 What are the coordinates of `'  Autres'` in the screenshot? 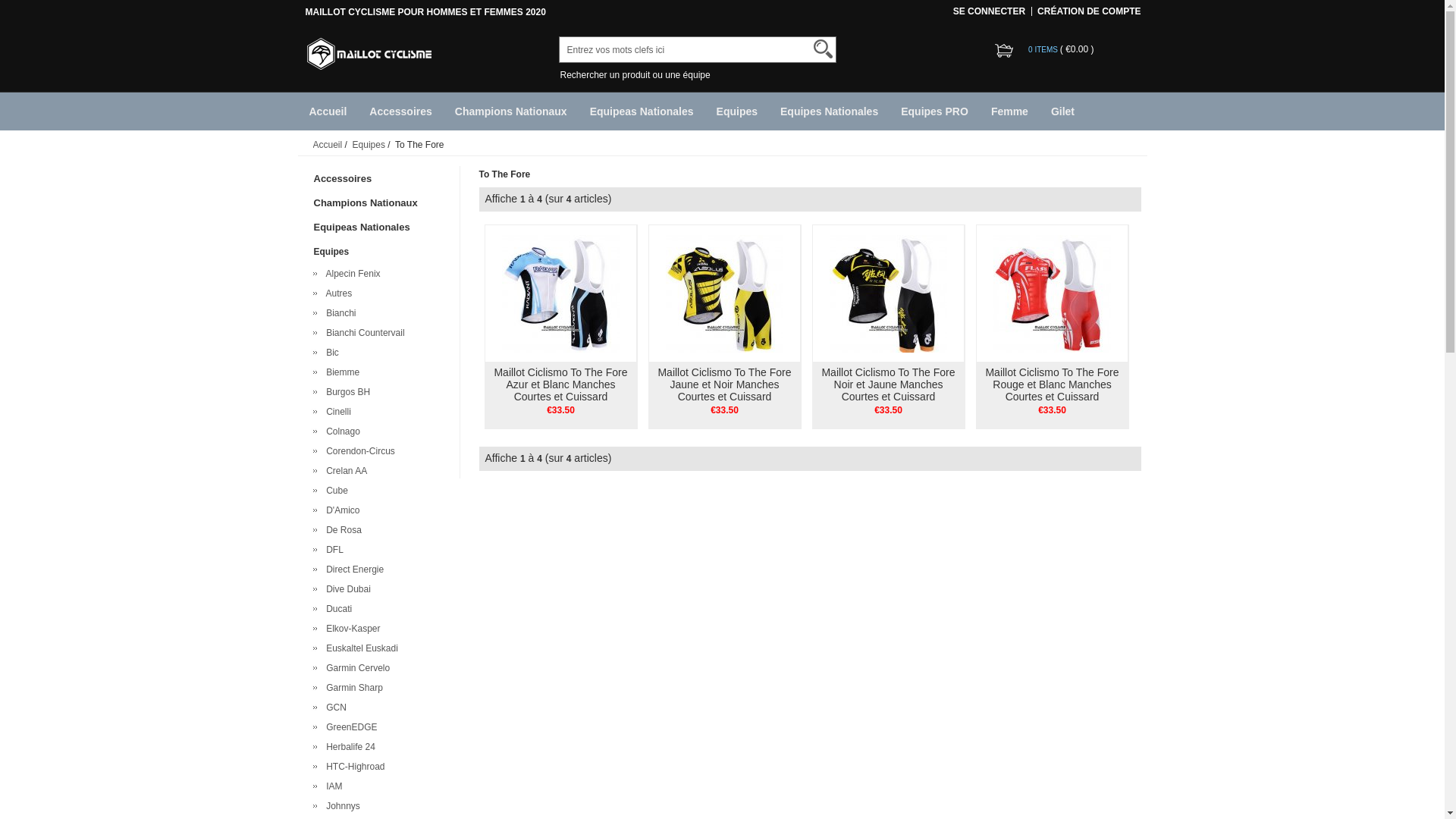 It's located at (336, 293).